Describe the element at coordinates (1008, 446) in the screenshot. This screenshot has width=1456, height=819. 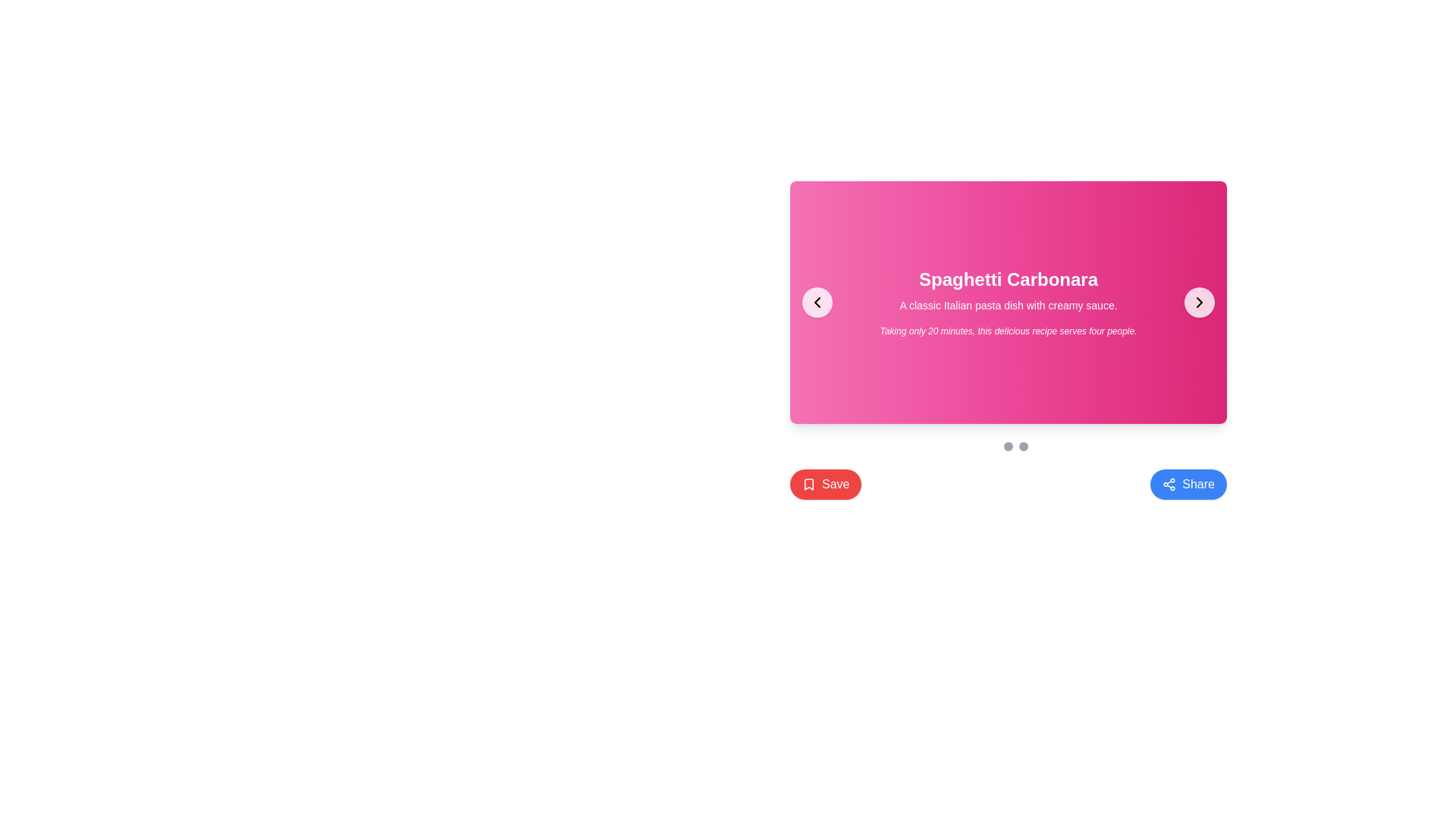
I see `the second circular pagination indicator` at that location.